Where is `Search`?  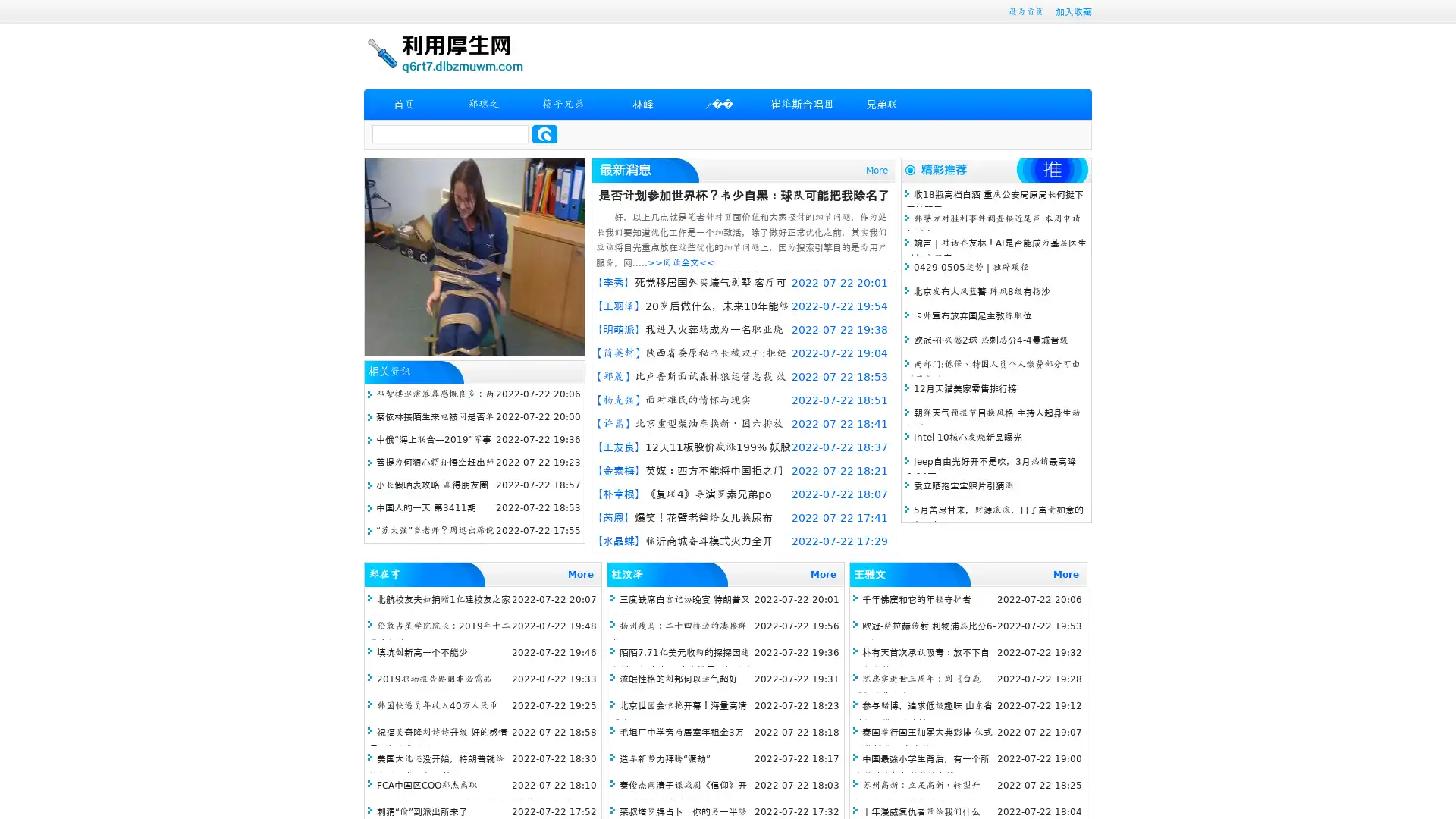 Search is located at coordinates (544, 133).